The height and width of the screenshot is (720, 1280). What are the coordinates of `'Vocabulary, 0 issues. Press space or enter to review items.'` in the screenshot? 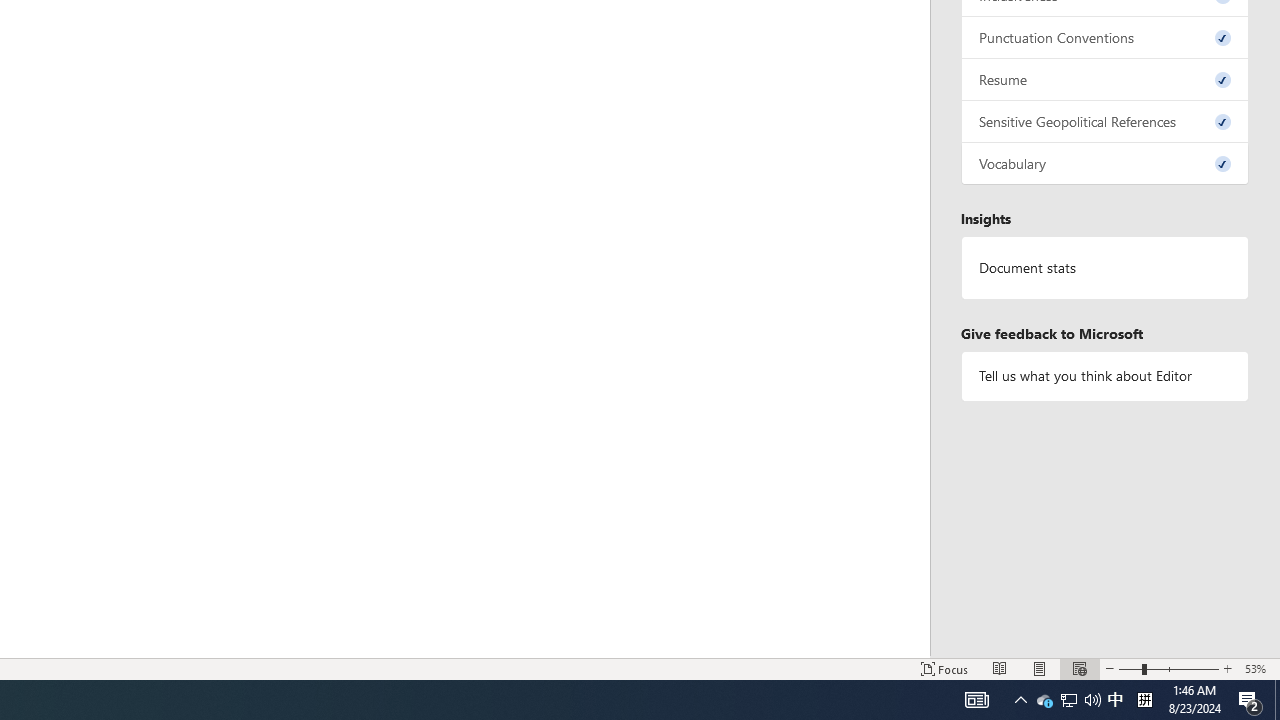 It's located at (1104, 162).